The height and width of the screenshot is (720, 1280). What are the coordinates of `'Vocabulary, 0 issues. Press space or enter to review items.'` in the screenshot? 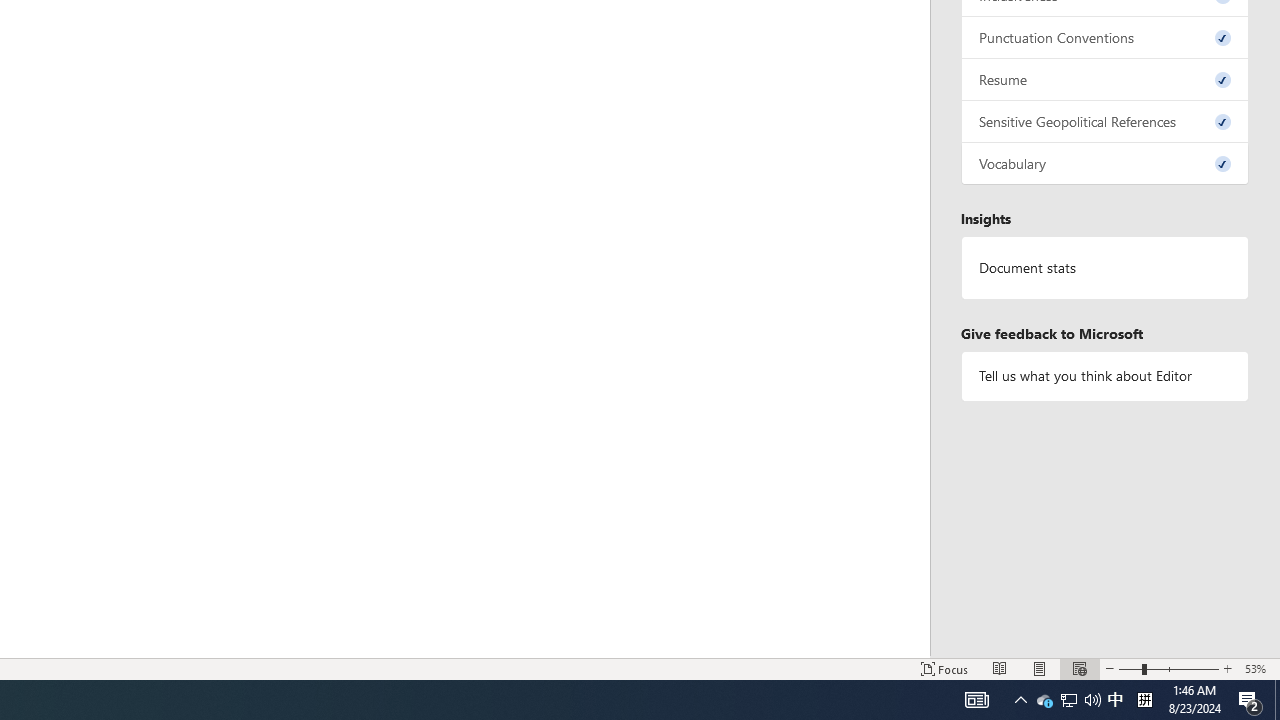 It's located at (1104, 162).